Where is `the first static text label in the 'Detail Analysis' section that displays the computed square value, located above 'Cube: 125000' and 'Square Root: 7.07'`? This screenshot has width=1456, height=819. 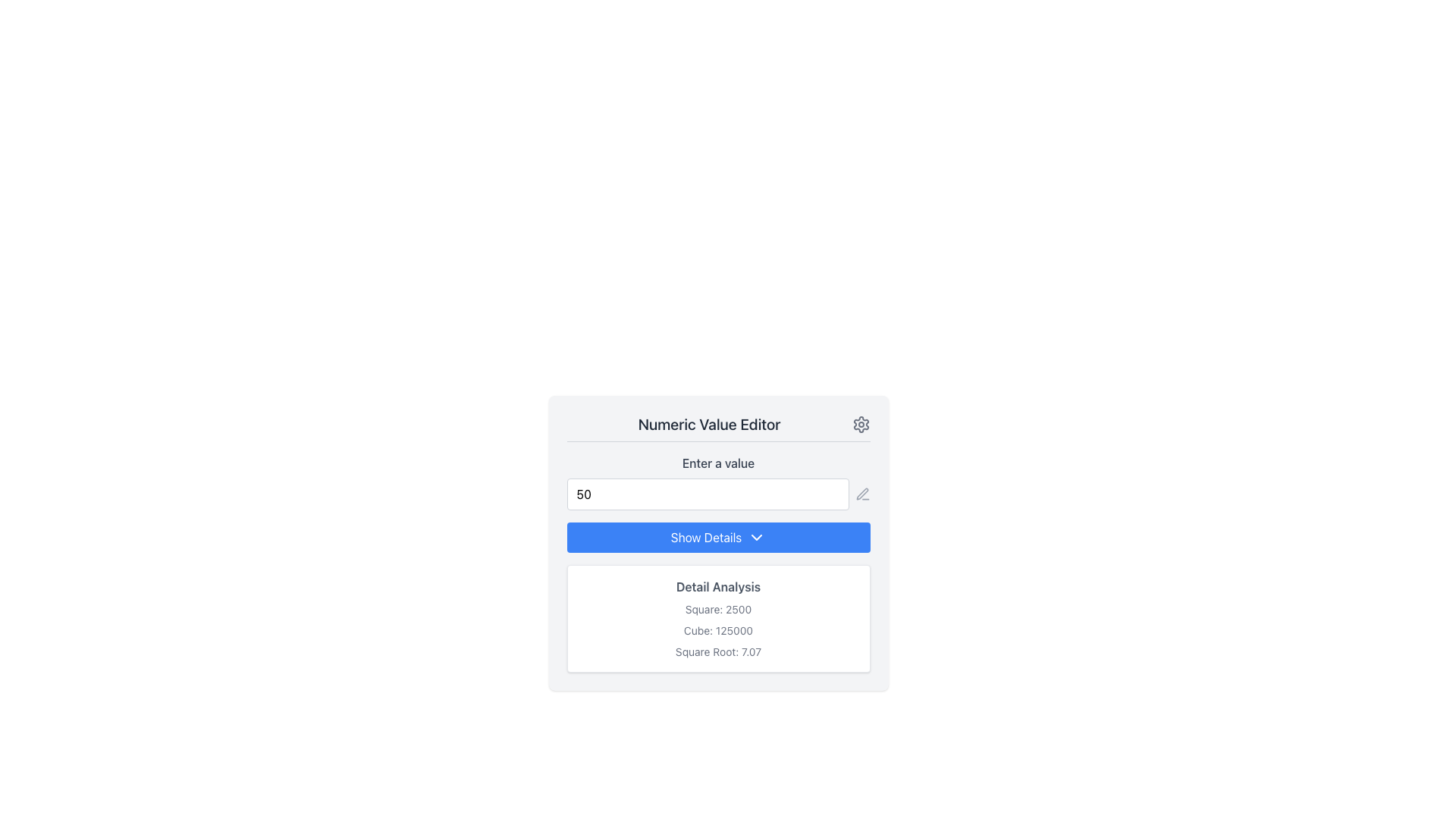
the first static text label in the 'Detail Analysis' section that displays the computed square value, located above 'Cube: 125000' and 'Square Root: 7.07' is located at coordinates (717, 608).